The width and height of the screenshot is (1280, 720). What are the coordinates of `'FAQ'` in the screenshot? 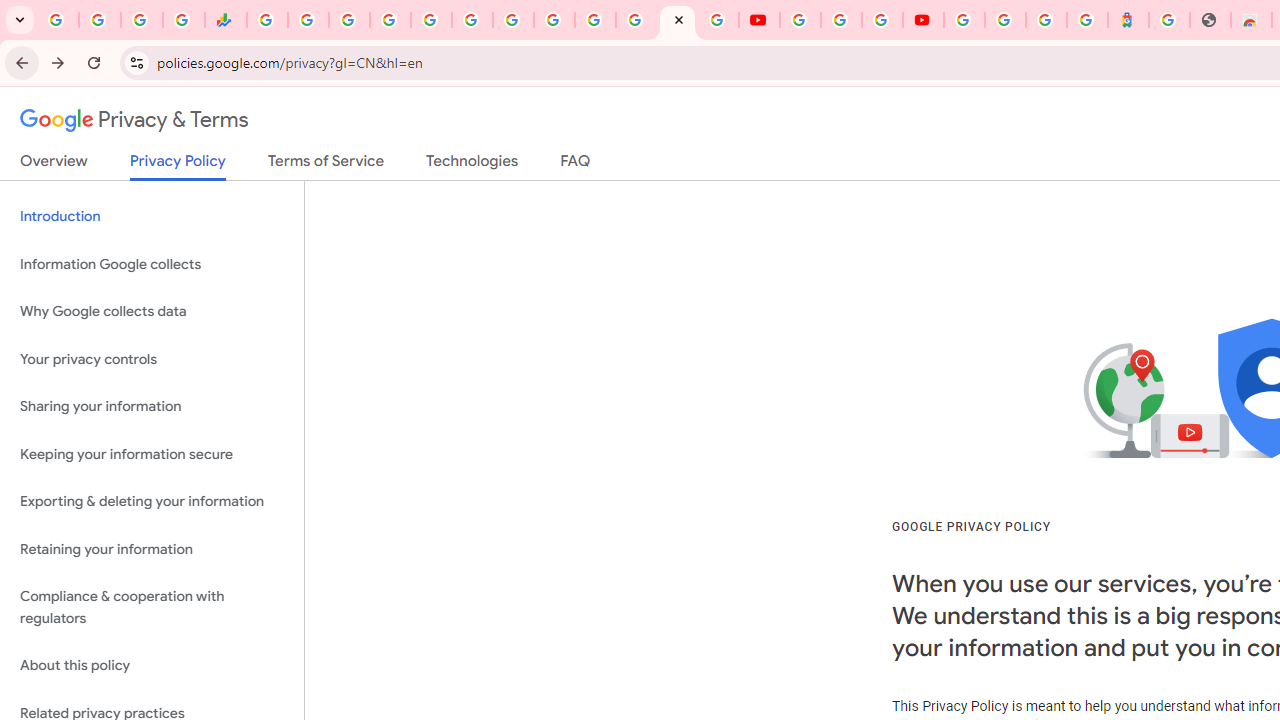 It's located at (575, 164).